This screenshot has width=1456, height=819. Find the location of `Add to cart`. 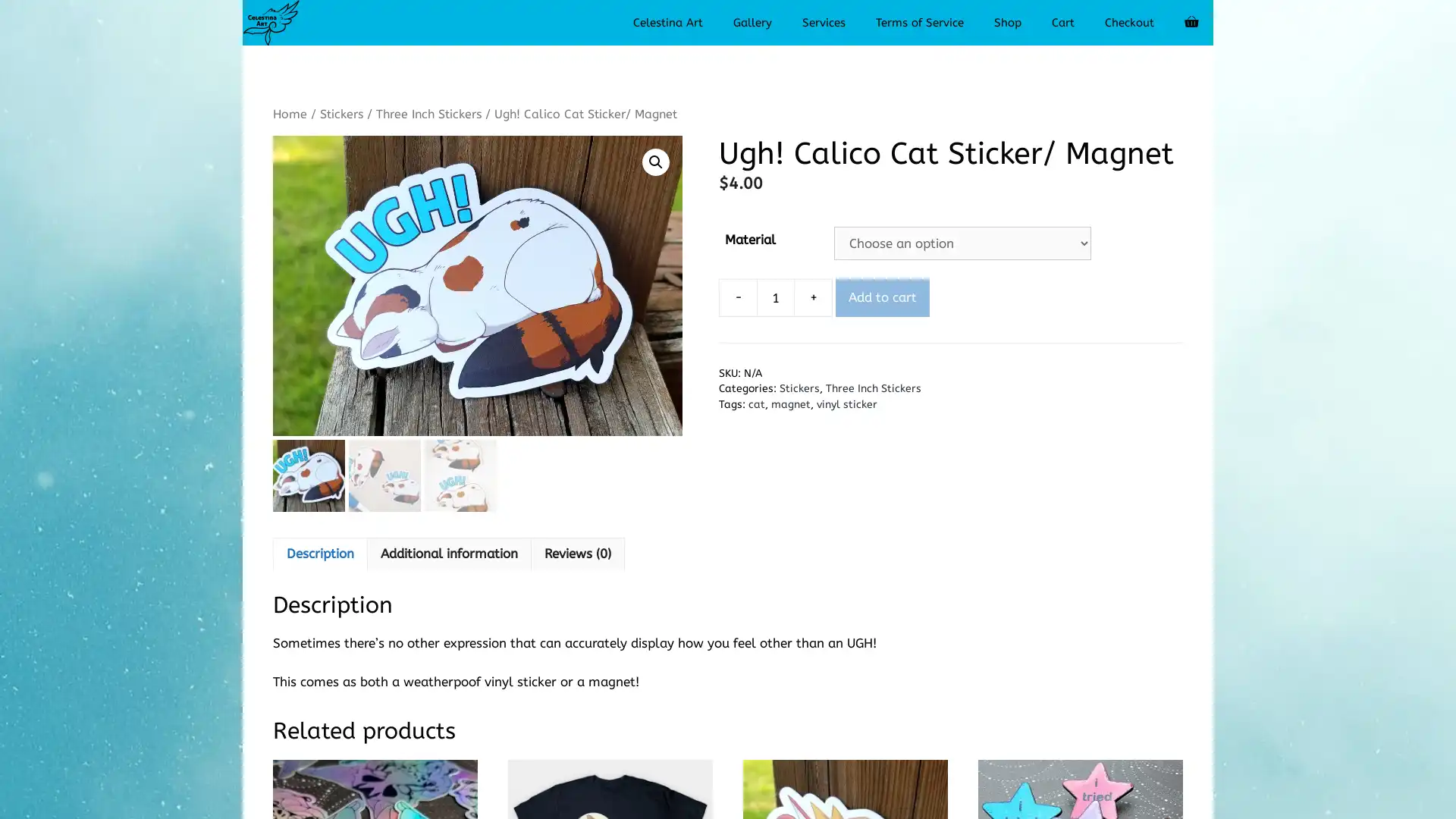

Add to cart is located at coordinates (882, 297).